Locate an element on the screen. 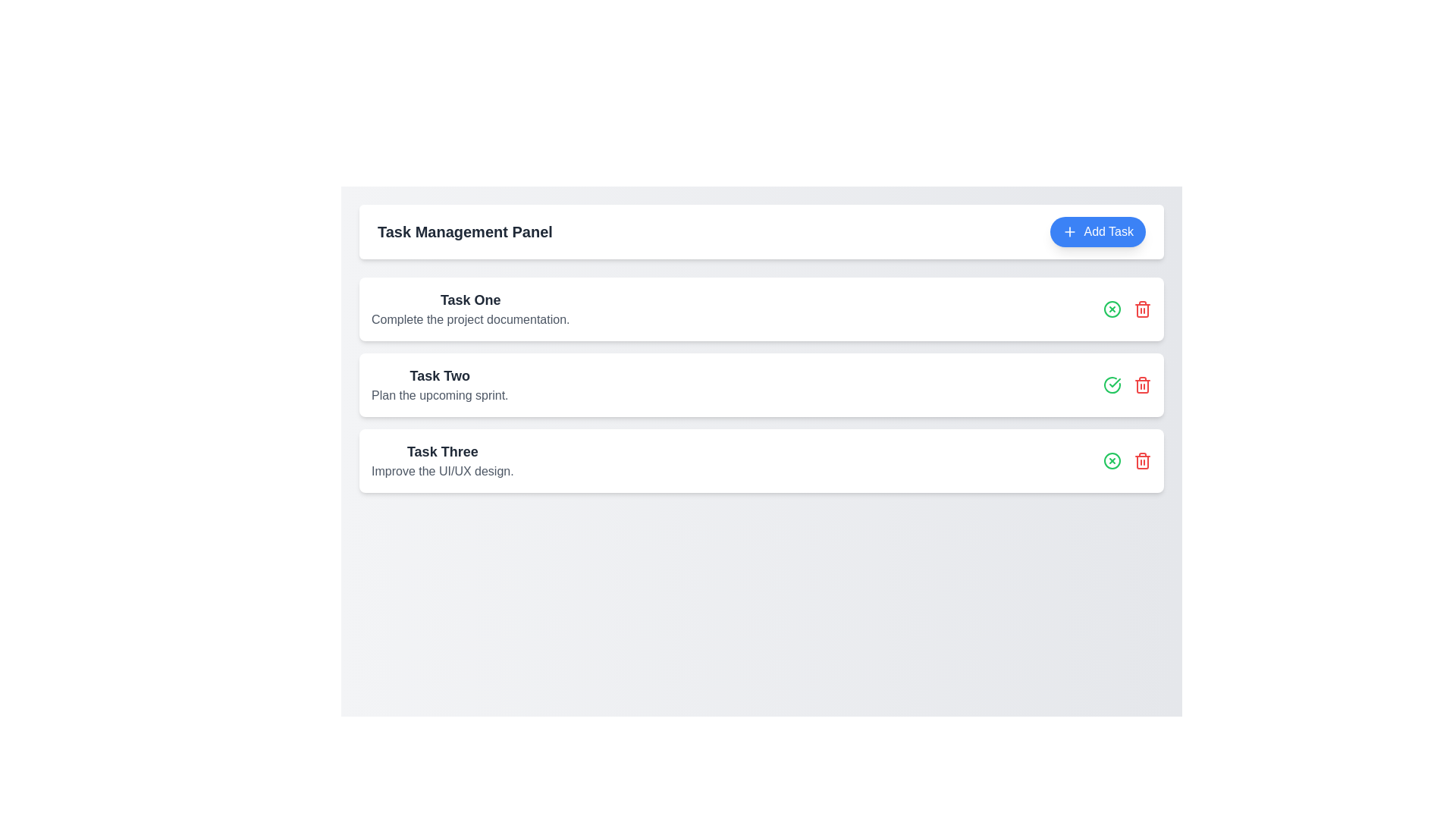  the third card is located at coordinates (761, 460).